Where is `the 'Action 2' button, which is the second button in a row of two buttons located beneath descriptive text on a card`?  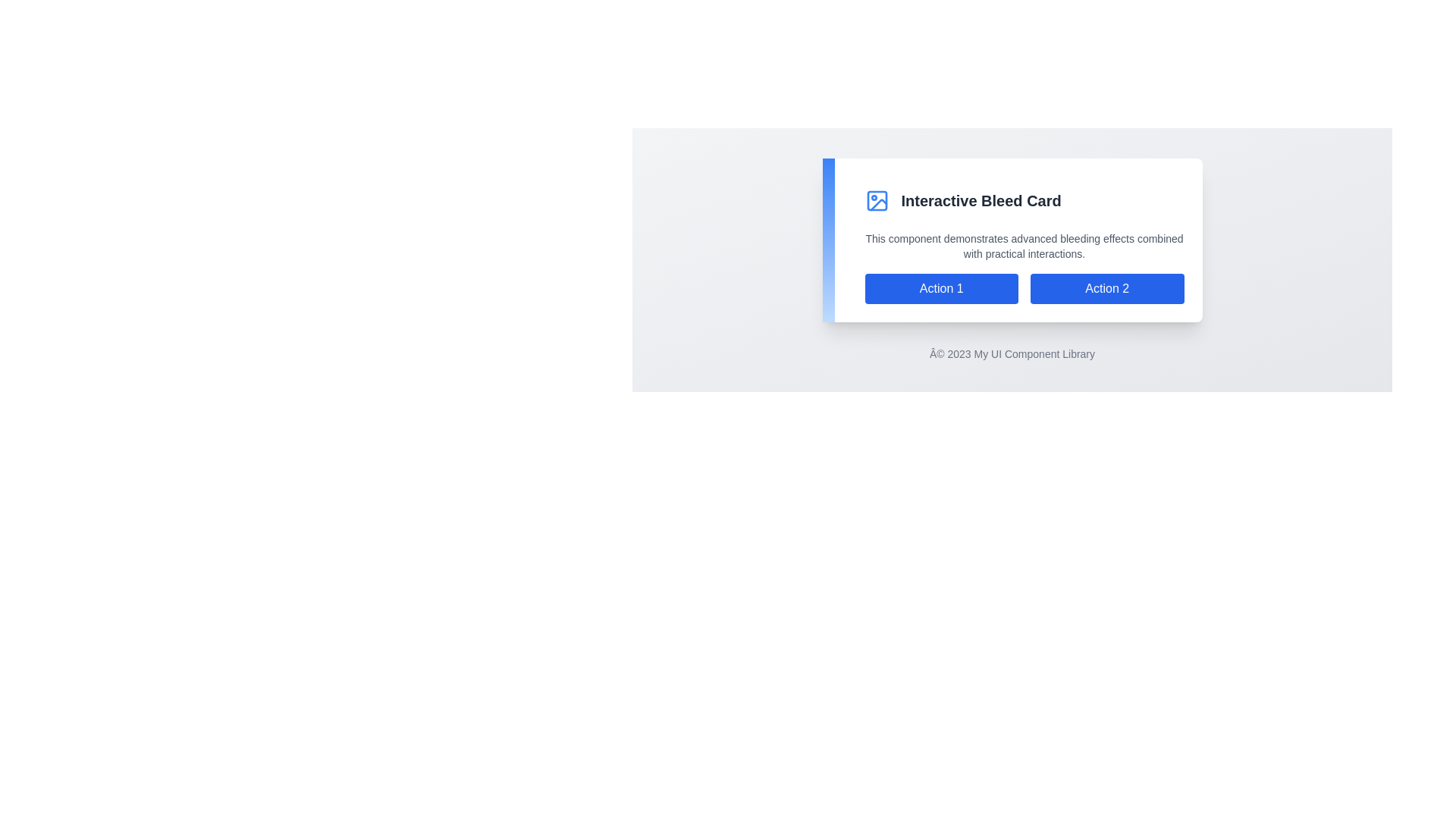
the 'Action 2' button, which is the second button in a row of two buttons located beneath descriptive text on a card is located at coordinates (1107, 289).